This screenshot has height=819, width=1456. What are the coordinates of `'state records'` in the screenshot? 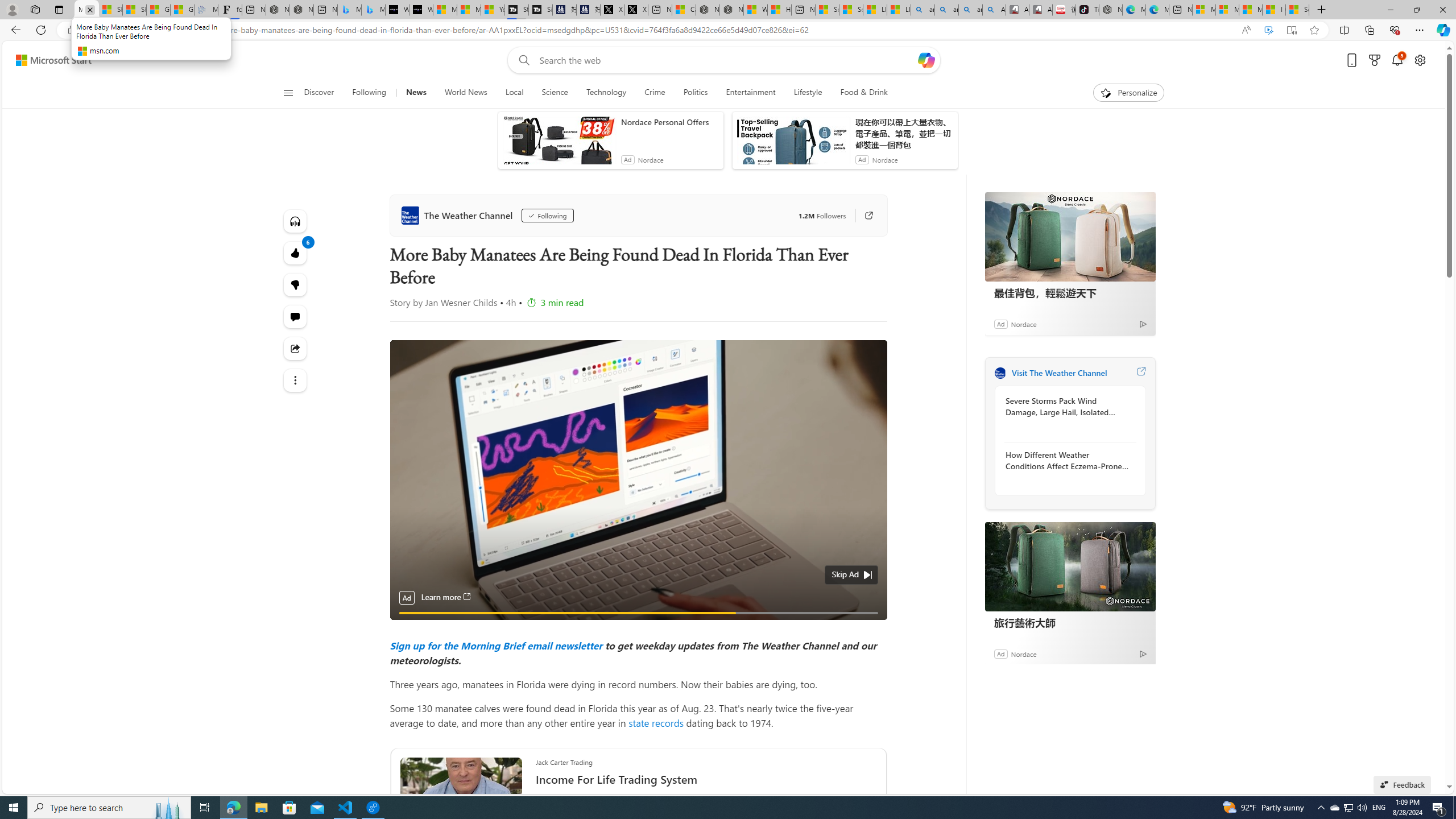 It's located at (656, 722).